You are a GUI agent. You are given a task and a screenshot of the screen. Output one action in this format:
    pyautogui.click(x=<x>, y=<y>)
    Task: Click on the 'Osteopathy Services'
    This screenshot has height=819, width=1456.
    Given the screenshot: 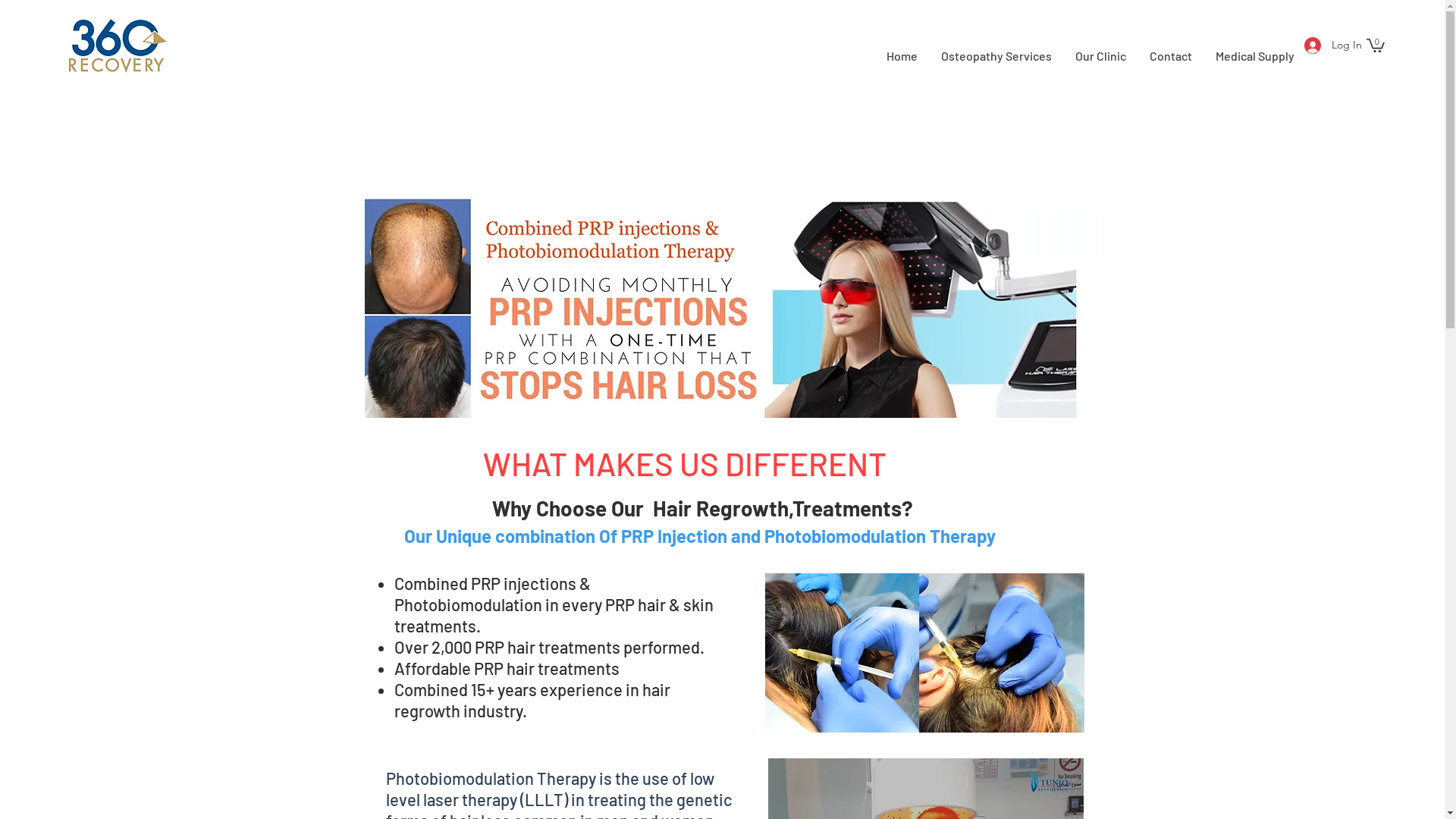 What is the action you would take?
    pyautogui.click(x=996, y=55)
    